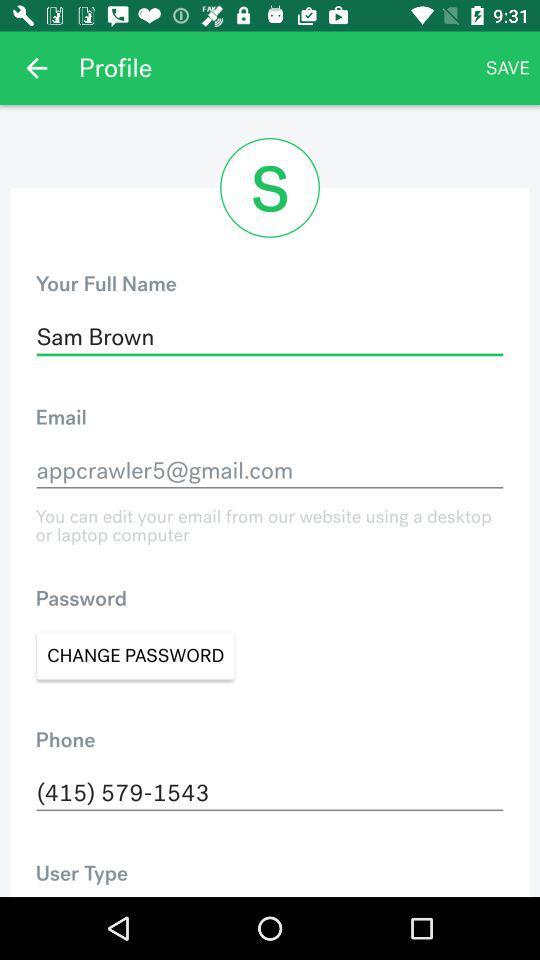 This screenshot has width=540, height=960. What do you see at coordinates (270, 793) in the screenshot?
I see `item below the phone icon` at bounding box center [270, 793].